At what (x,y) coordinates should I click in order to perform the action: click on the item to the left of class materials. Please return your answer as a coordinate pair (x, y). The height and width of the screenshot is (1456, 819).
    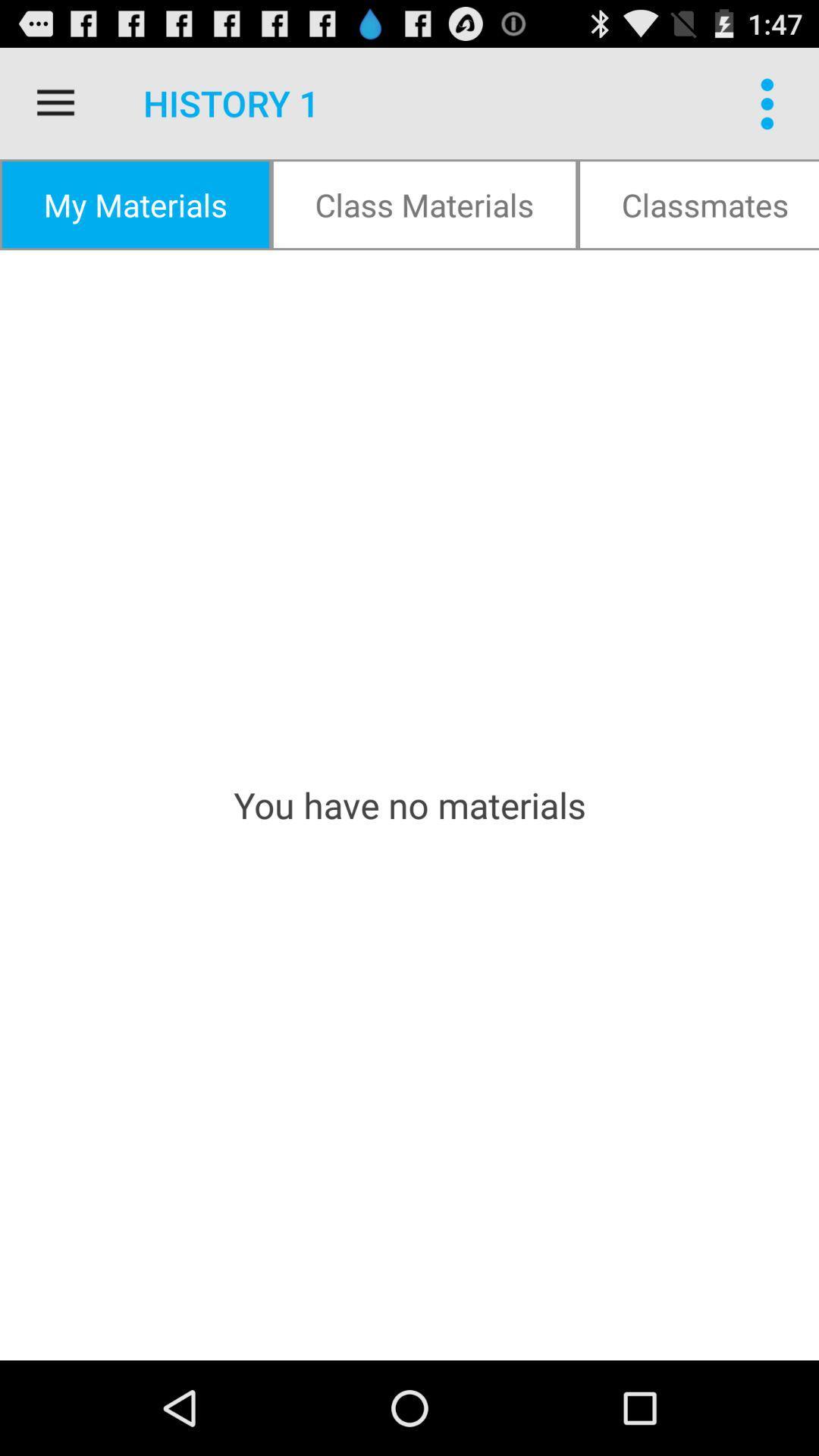
    Looking at the image, I should click on (134, 203).